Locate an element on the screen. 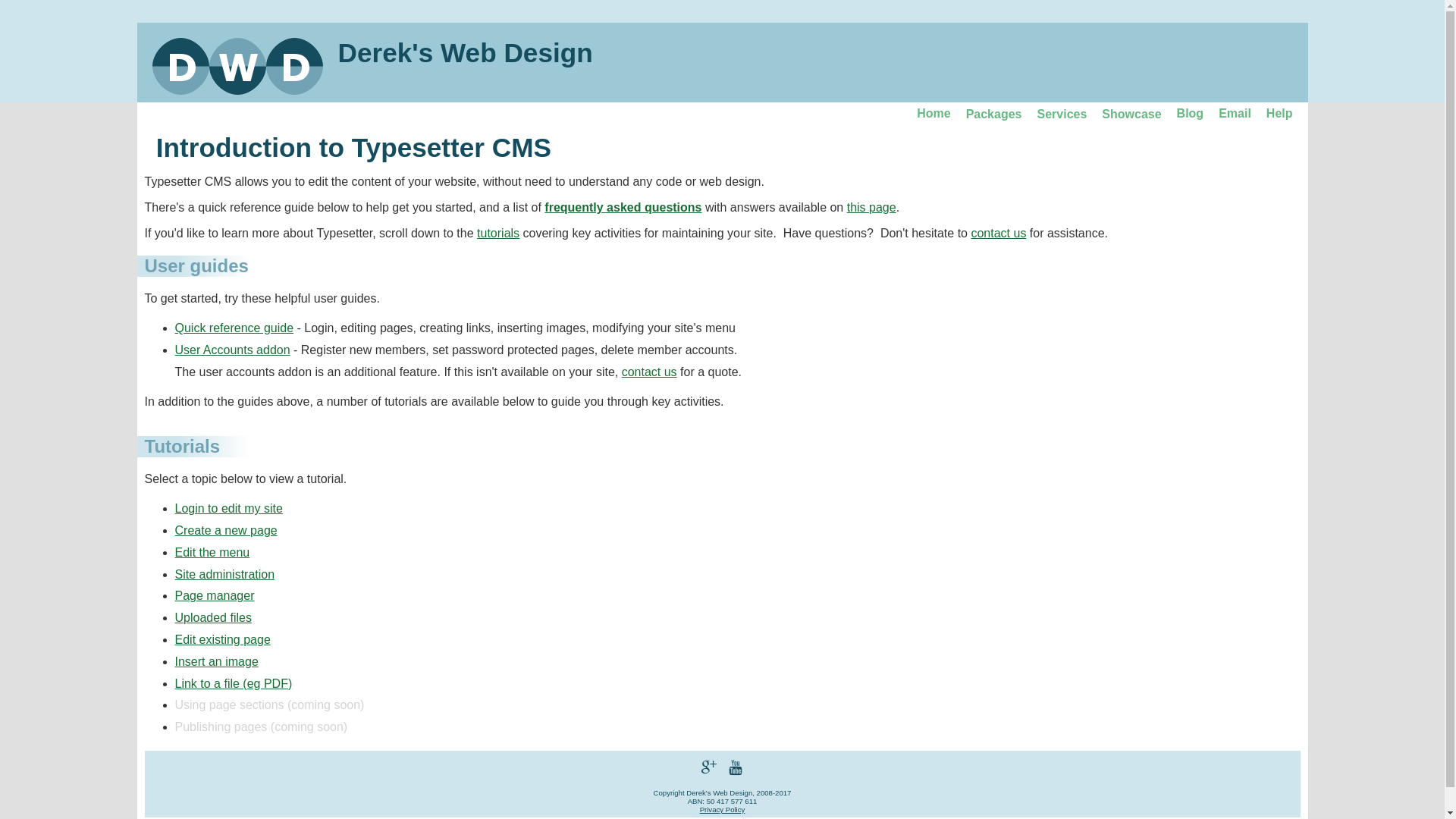  'Packages' is located at coordinates (993, 114).